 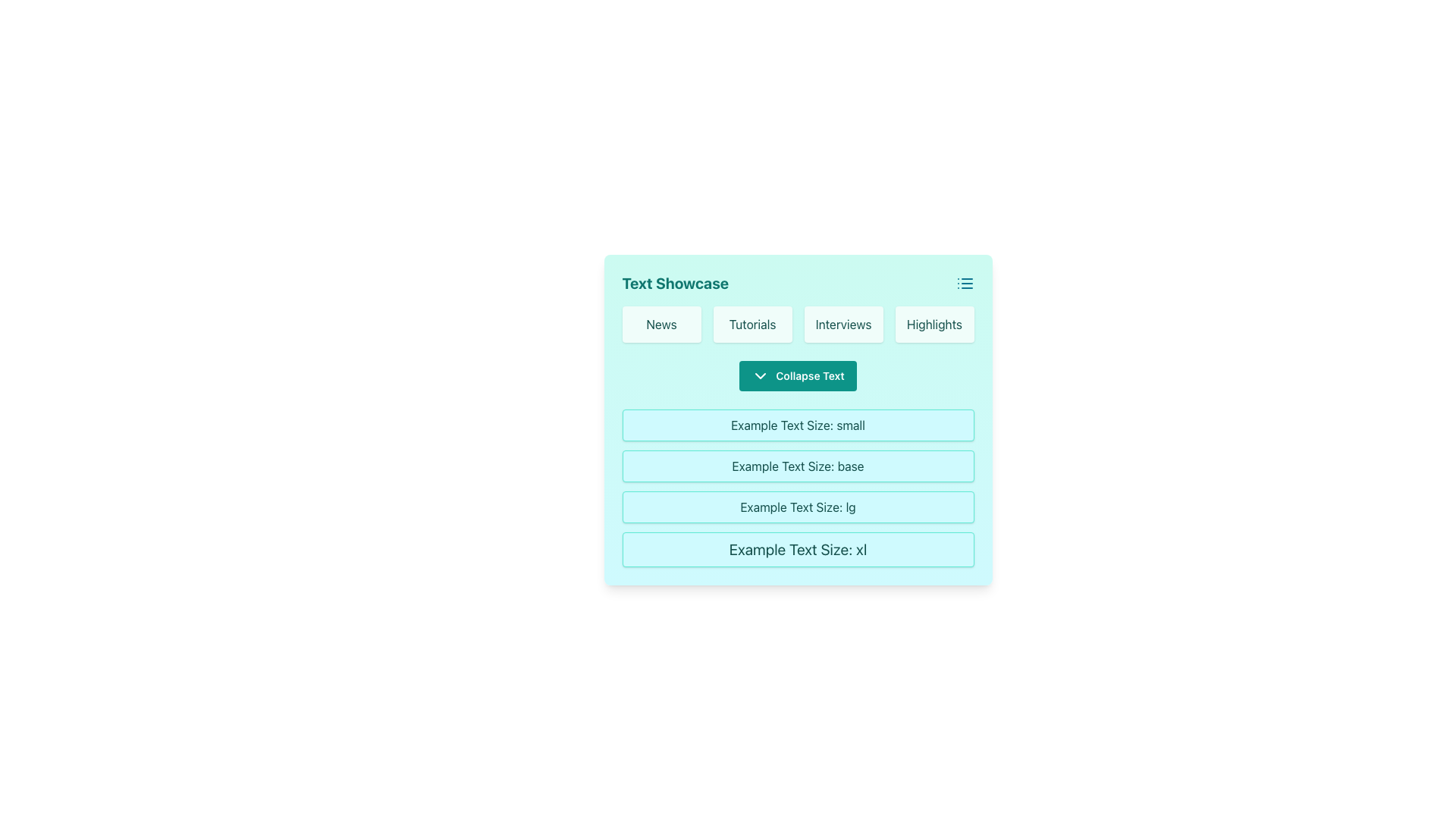 I want to click on the toggle button that collapses or expands the content section, located centrally below the row of buttons labeled 'News', 'Tutorials', 'Interviews', and 'Highlights', so click(x=797, y=375).